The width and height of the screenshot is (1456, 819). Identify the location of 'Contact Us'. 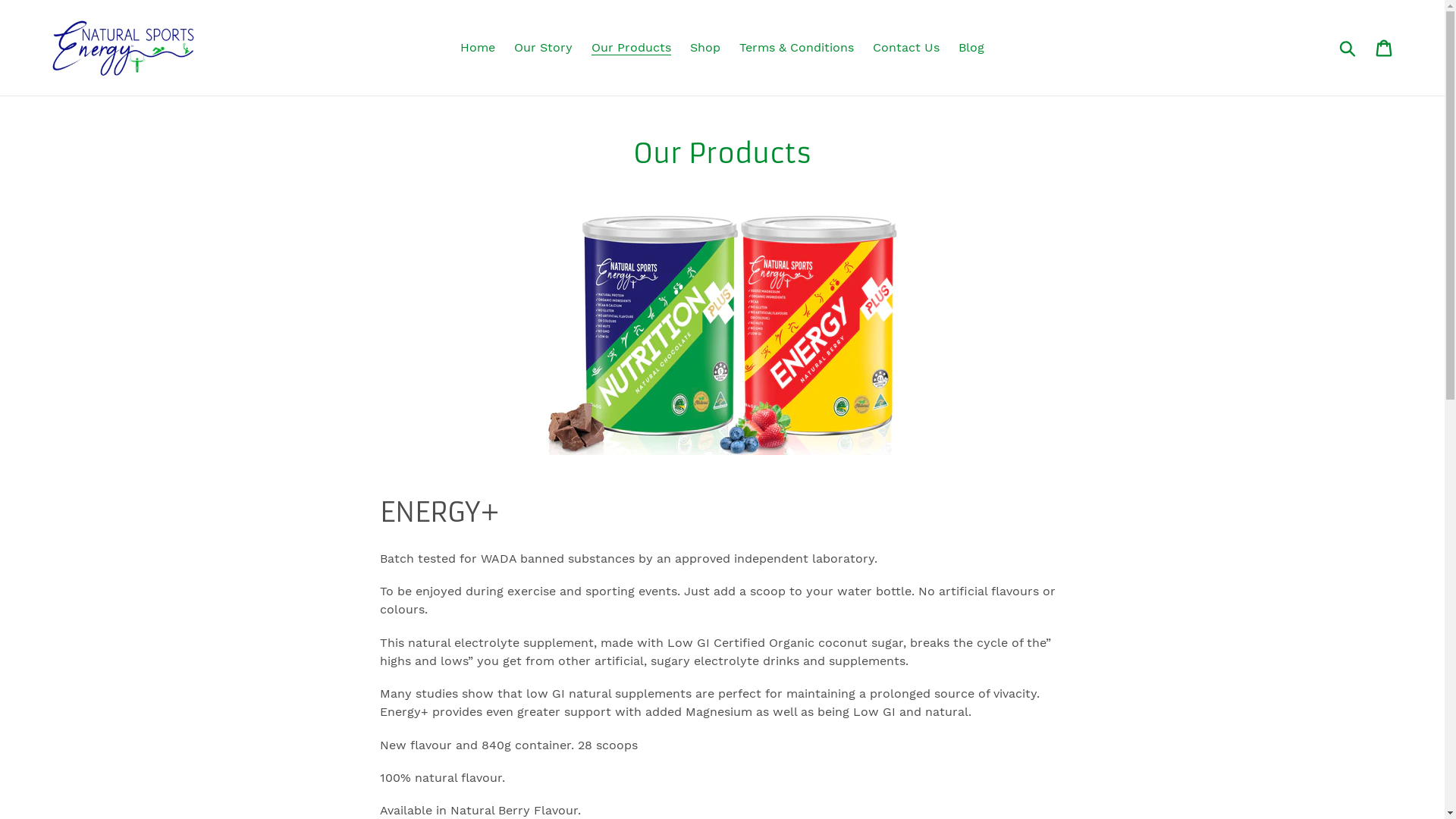
(906, 46).